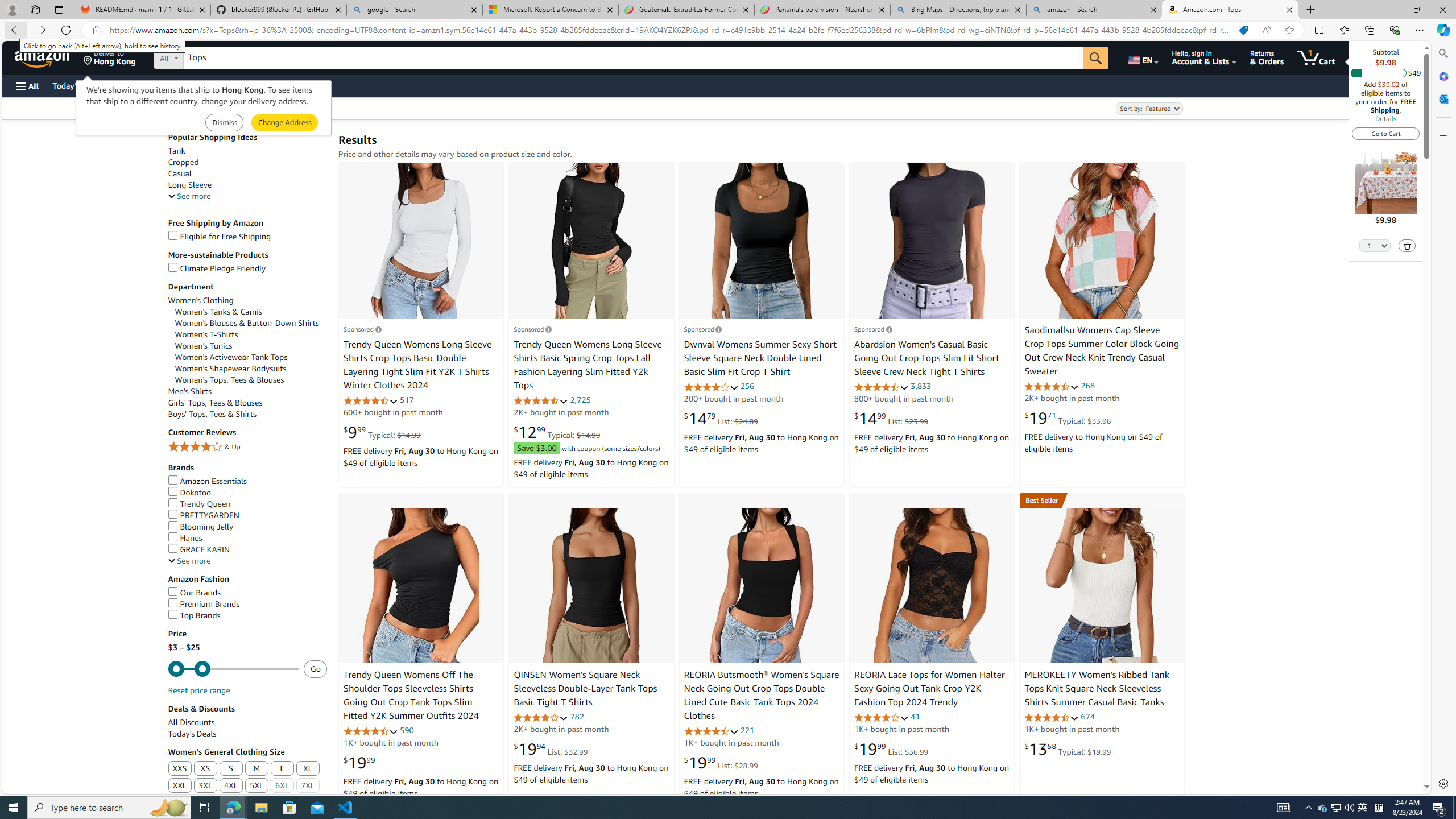 This screenshot has height=819, width=1456. Describe the element at coordinates (233, 668) in the screenshot. I see `'Minimum'` at that location.